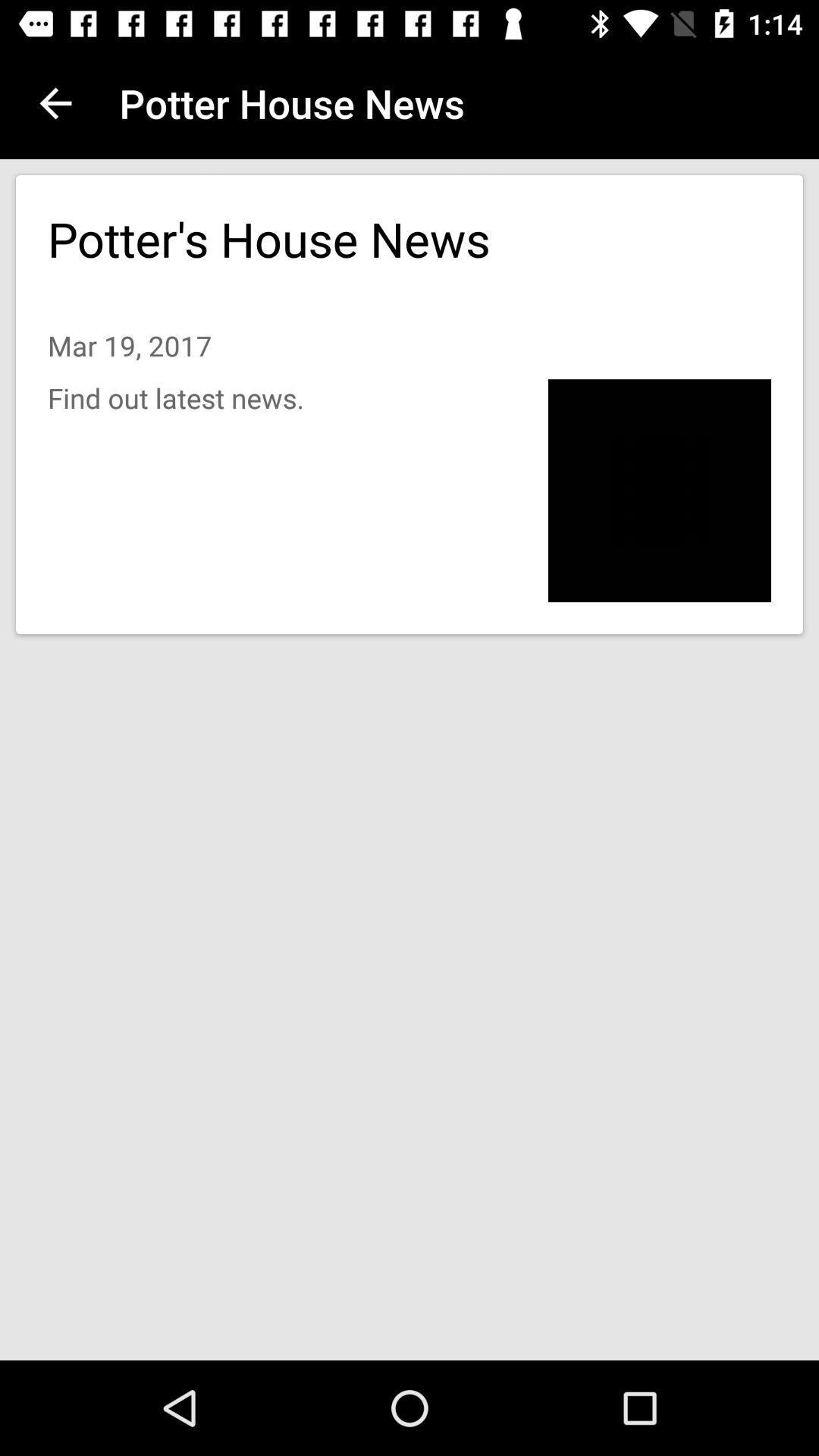 The image size is (819, 1456). I want to click on item at the top left corner, so click(55, 102).